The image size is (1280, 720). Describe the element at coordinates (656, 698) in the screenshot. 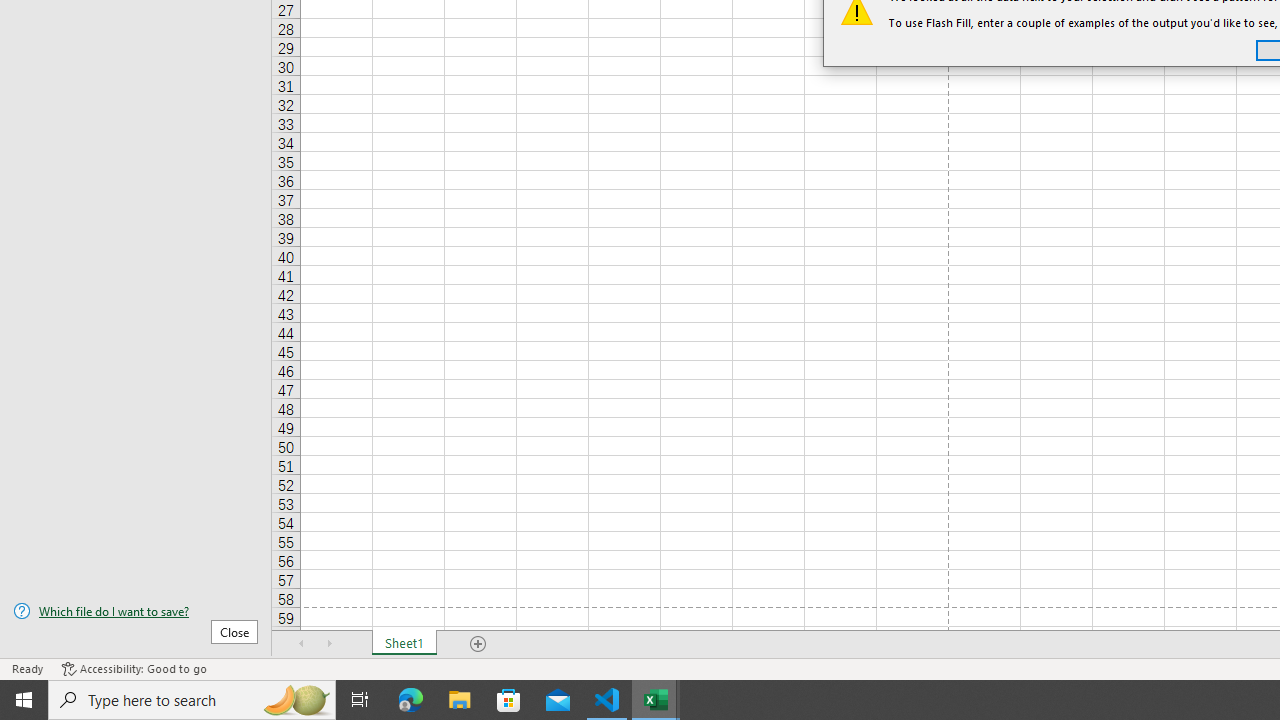

I see `'Excel - 2 running windows'` at that location.